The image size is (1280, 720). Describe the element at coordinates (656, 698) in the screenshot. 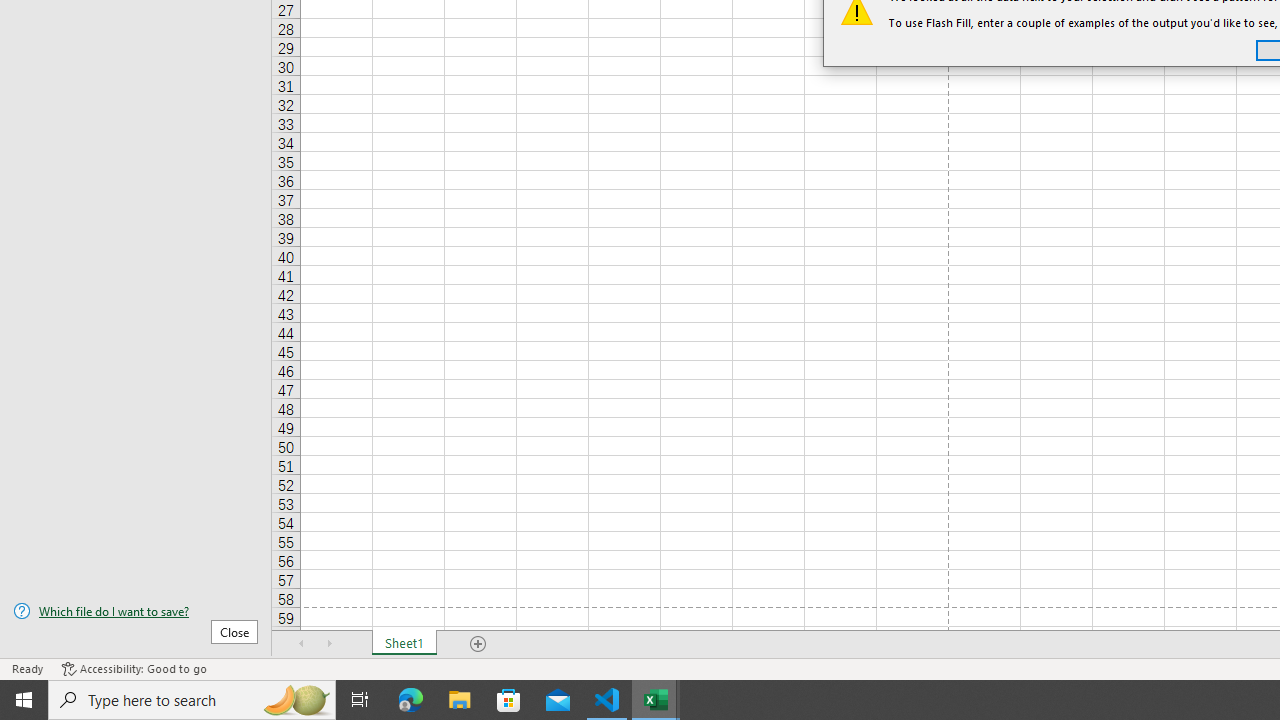

I see `'Excel - 2 running windows'` at that location.